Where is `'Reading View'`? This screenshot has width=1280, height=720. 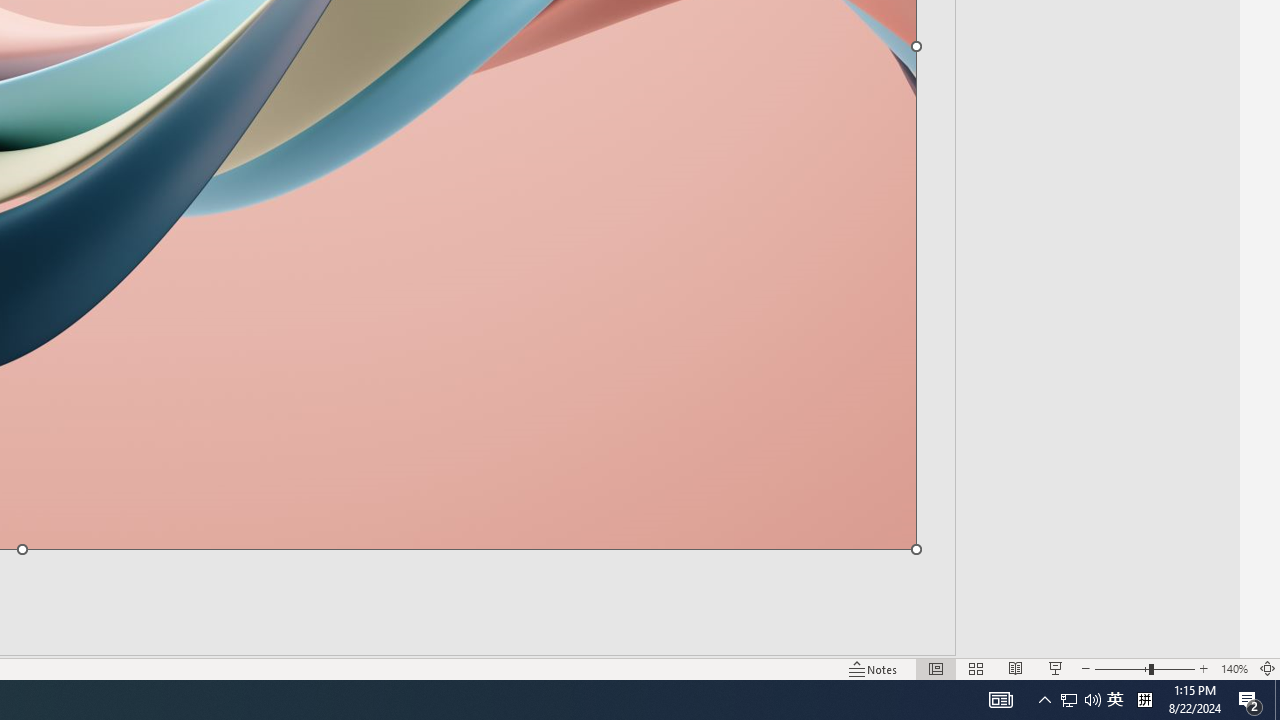
'Reading View' is located at coordinates (1015, 669).